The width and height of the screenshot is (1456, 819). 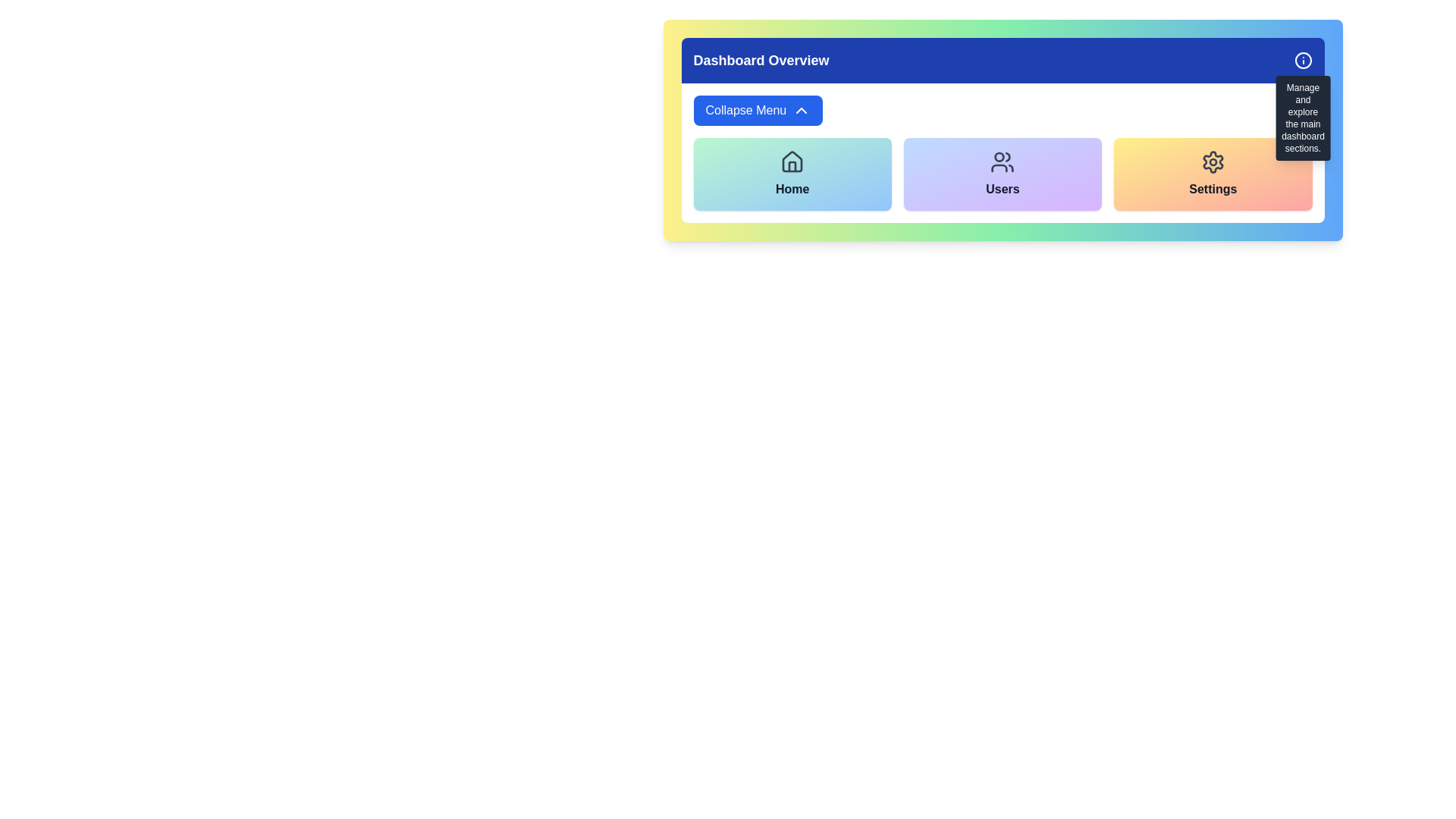 What do you see at coordinates (792, 162) in the screenshot?
I see `the house icon within the 'Home' button, which is the first navigation option in the interface` at bounding box center [792, 162].